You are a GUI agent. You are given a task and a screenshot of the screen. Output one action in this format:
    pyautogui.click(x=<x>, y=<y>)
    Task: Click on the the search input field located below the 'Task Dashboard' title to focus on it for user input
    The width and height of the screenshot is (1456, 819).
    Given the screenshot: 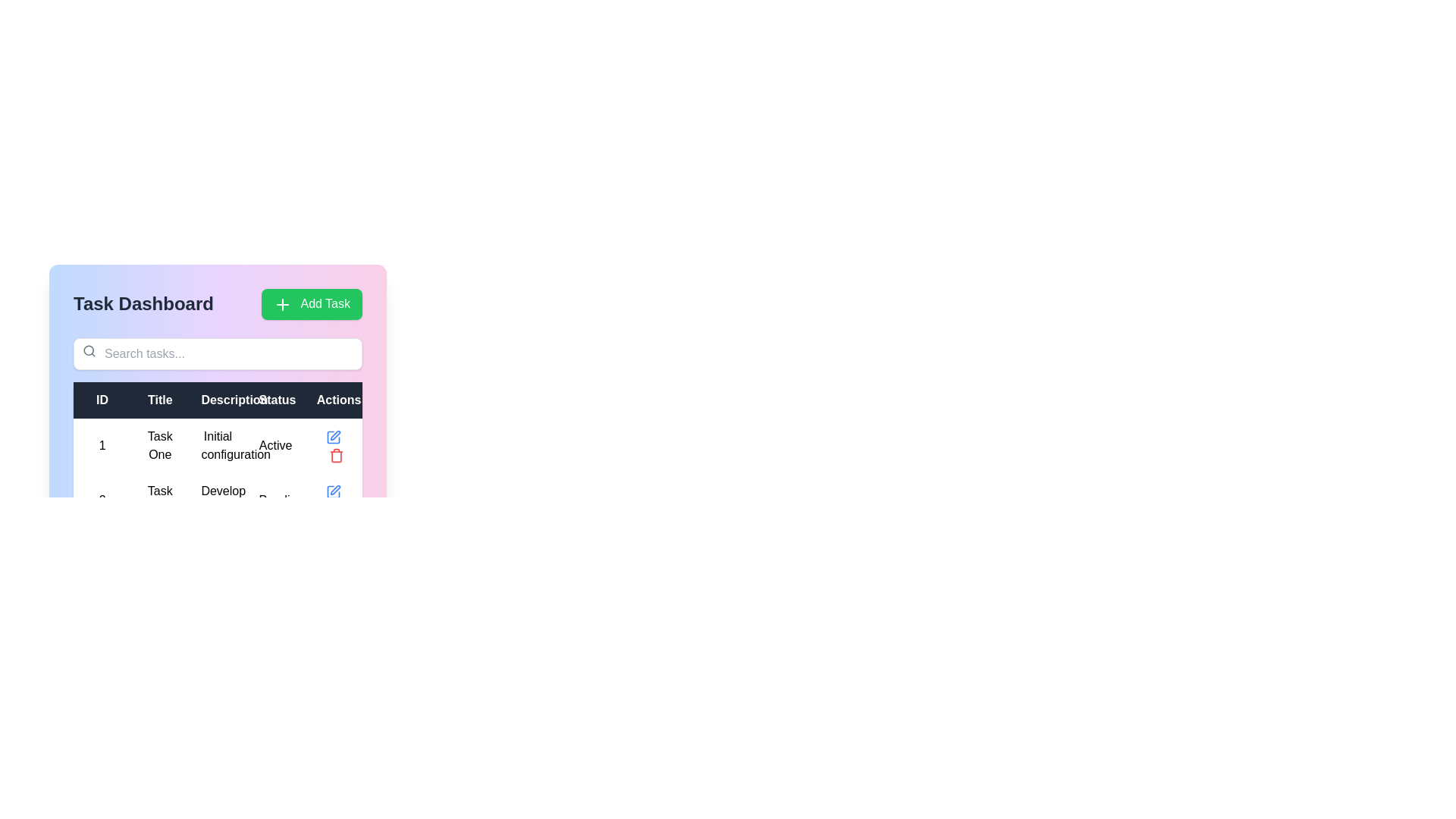 What is the action you would take?
    pyautogui.click(x=217, y=353)
    